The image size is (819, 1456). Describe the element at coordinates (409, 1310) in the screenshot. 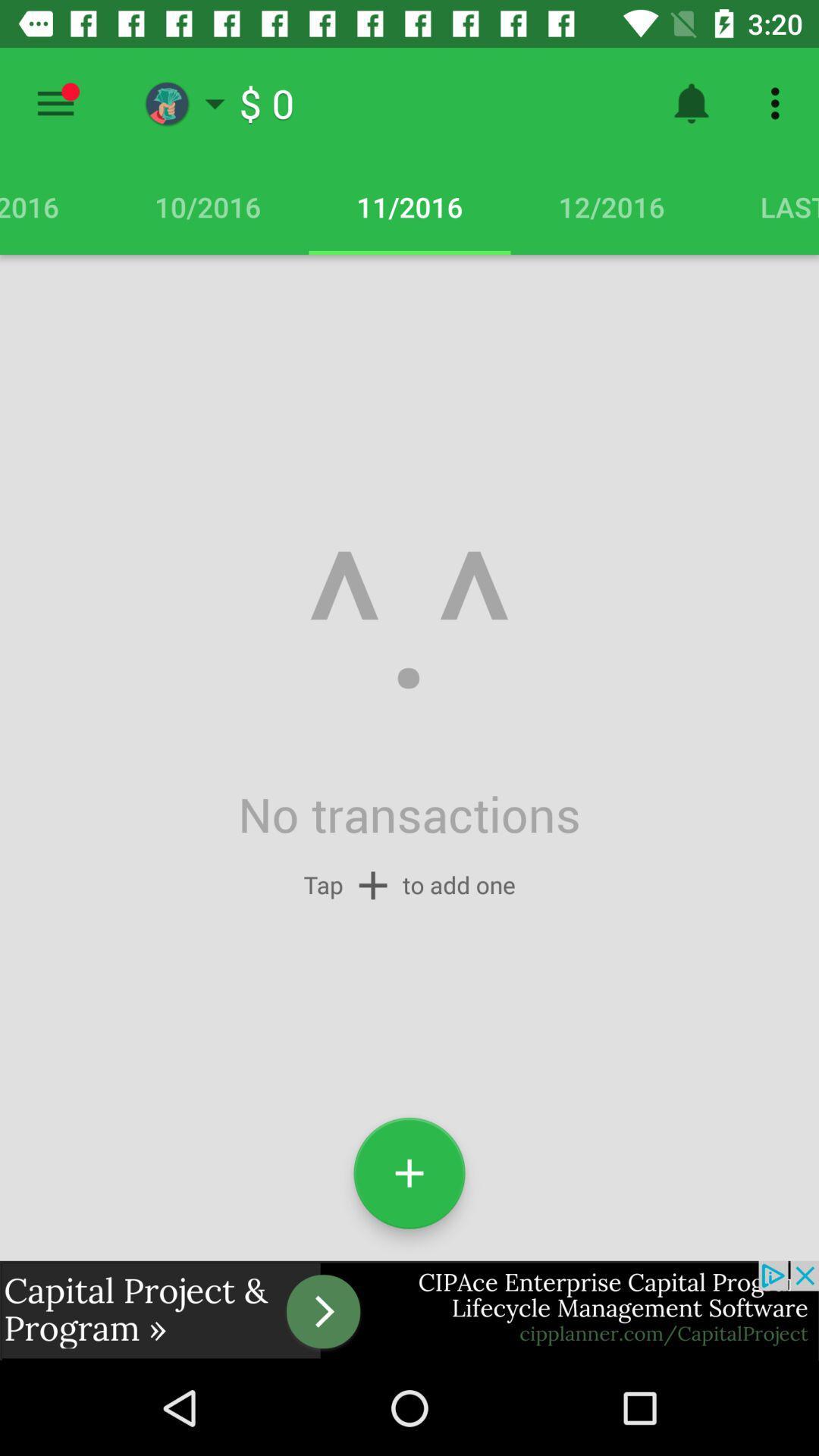

I see `advertisement link` at that location.